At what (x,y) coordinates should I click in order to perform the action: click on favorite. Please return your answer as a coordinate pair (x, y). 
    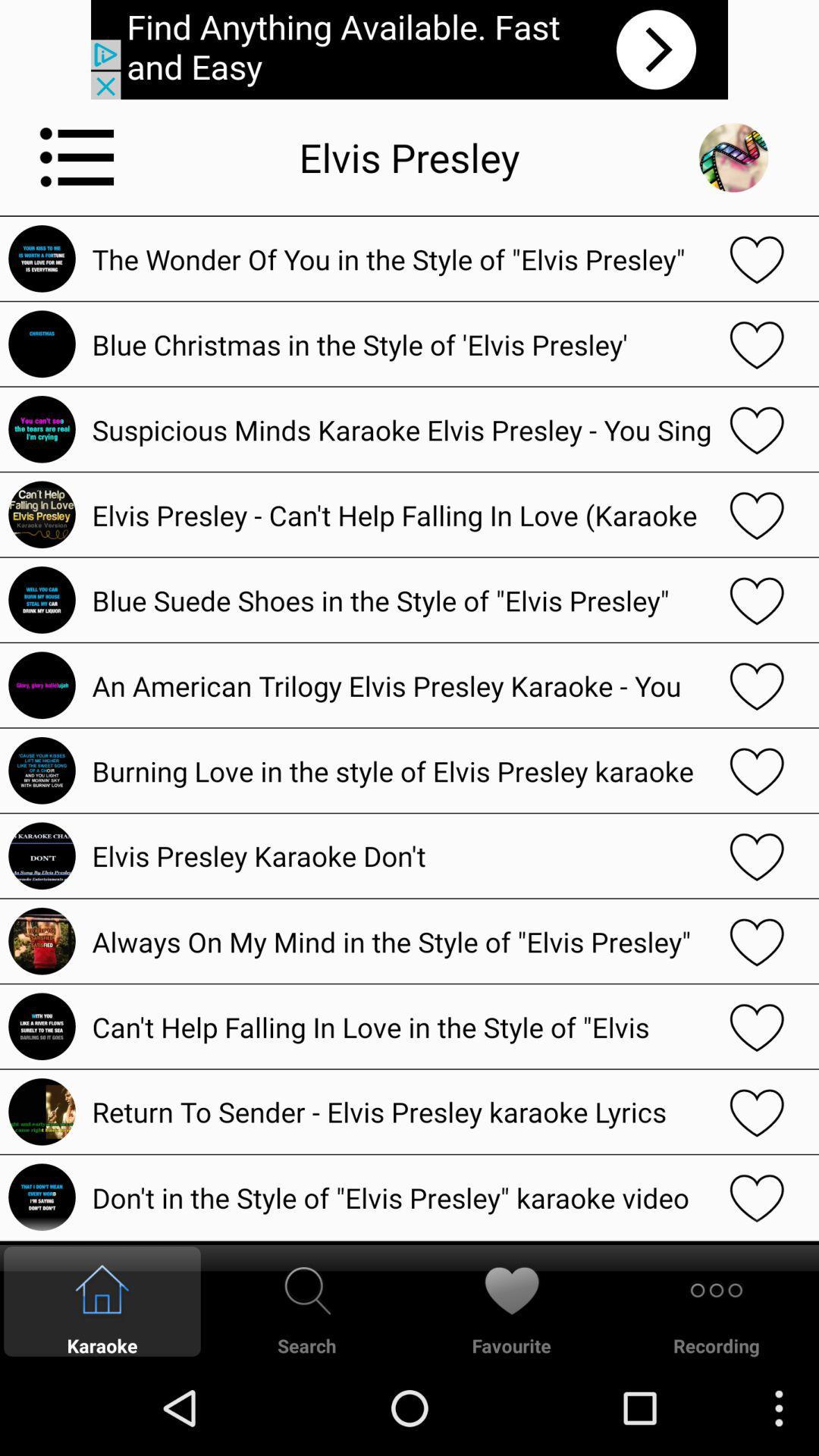
    Looking at the image, I should click on (757, 684).